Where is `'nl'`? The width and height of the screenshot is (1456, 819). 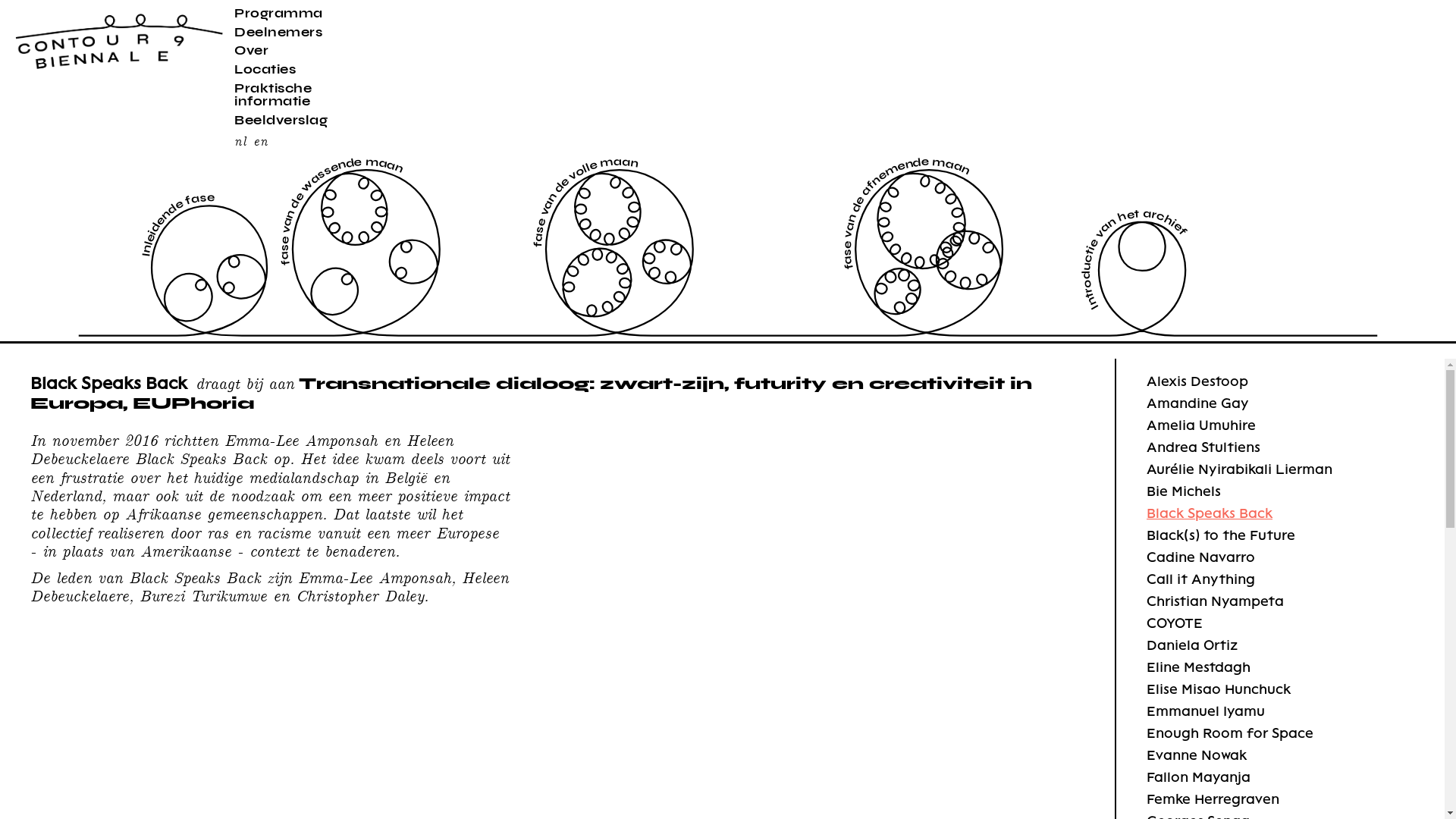
'nl' is located at coordinates (239, 140).